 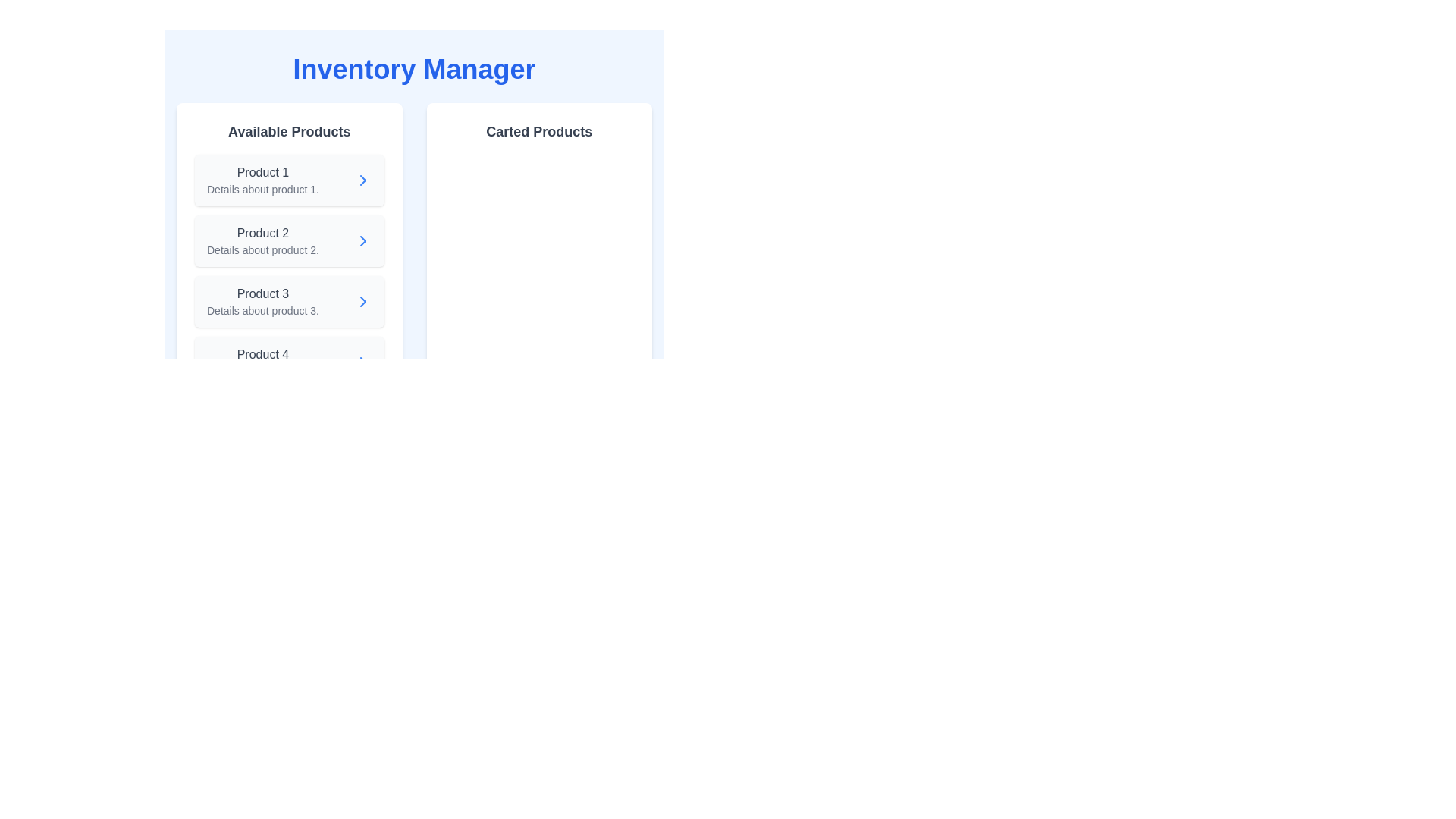 I want to click on text label displaying 'Details about product 3.' located below 'Product 3' in the 'Available Products' section, so click(x=262, y=309).